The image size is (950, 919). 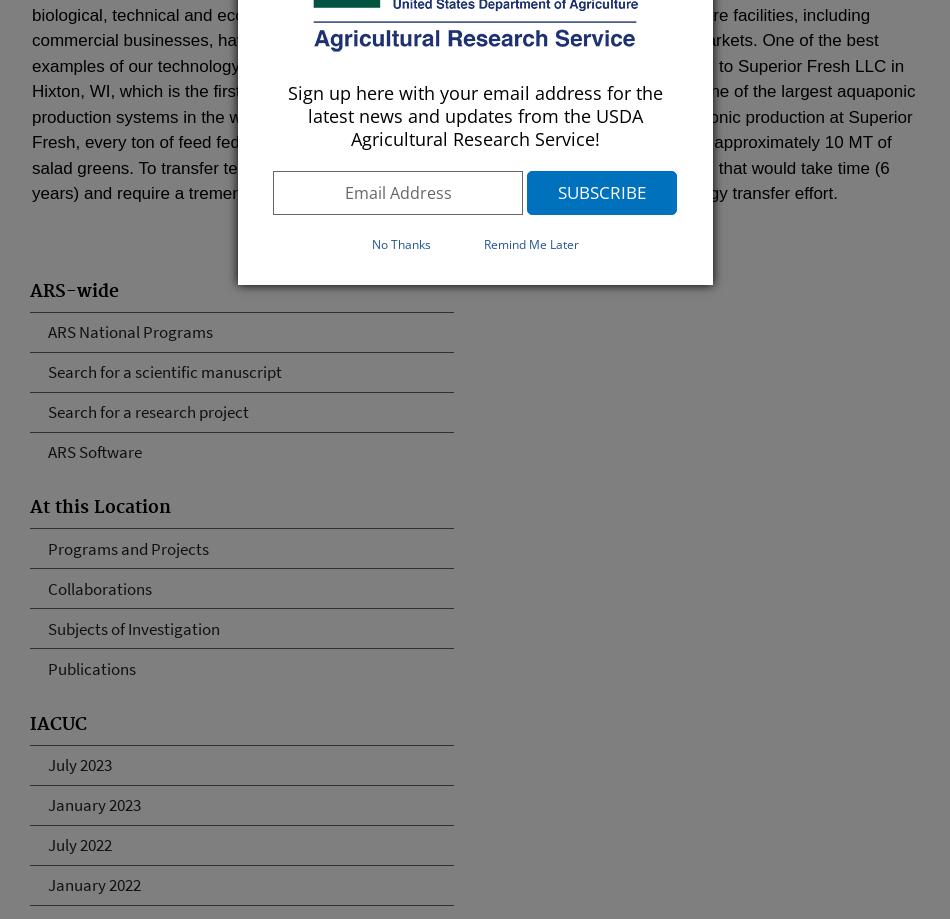 I want to click on 'ARS-wide', so click(x=74, y=290).